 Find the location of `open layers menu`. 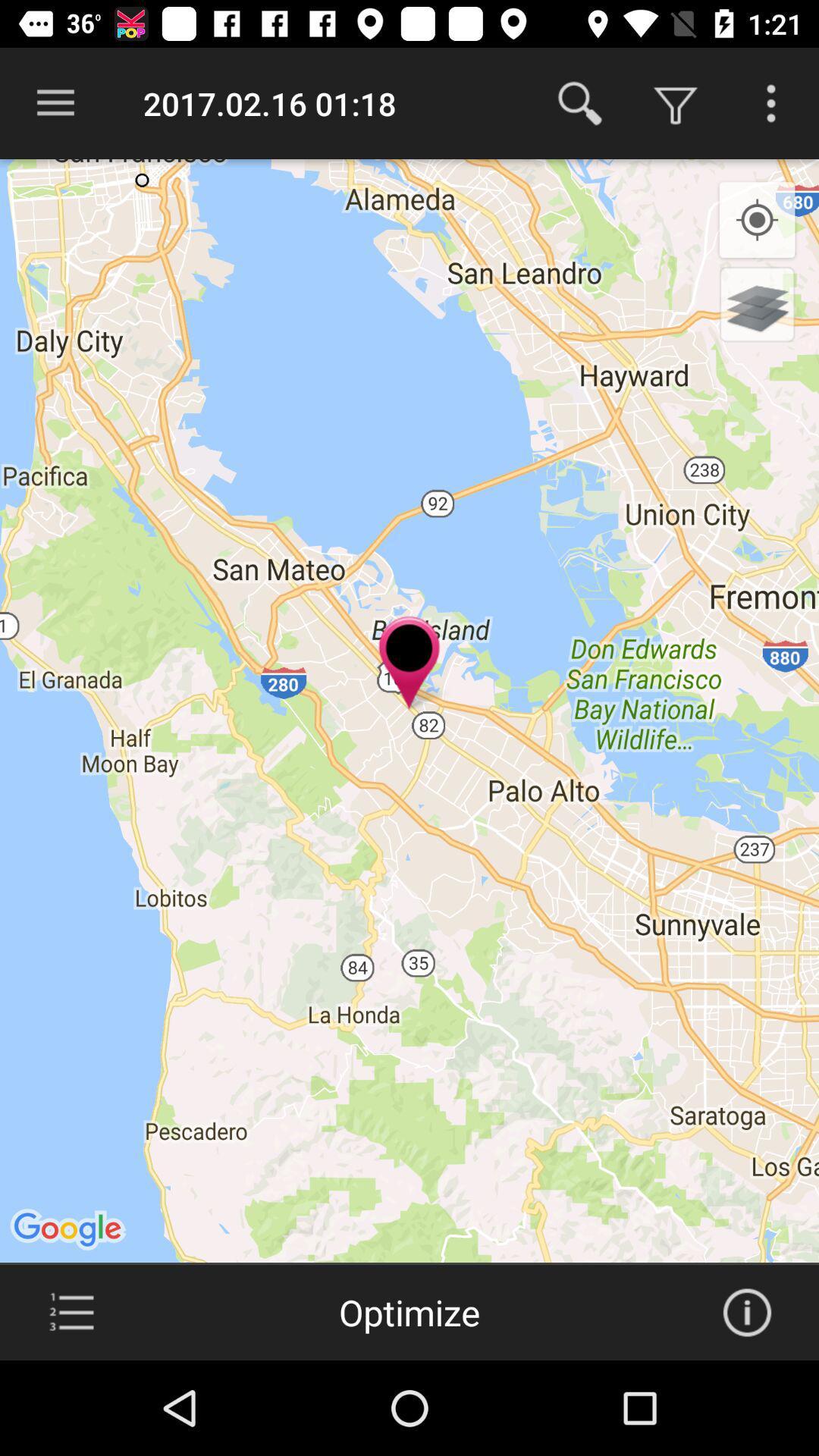

open layers menu is located at coordinates (757, 303).